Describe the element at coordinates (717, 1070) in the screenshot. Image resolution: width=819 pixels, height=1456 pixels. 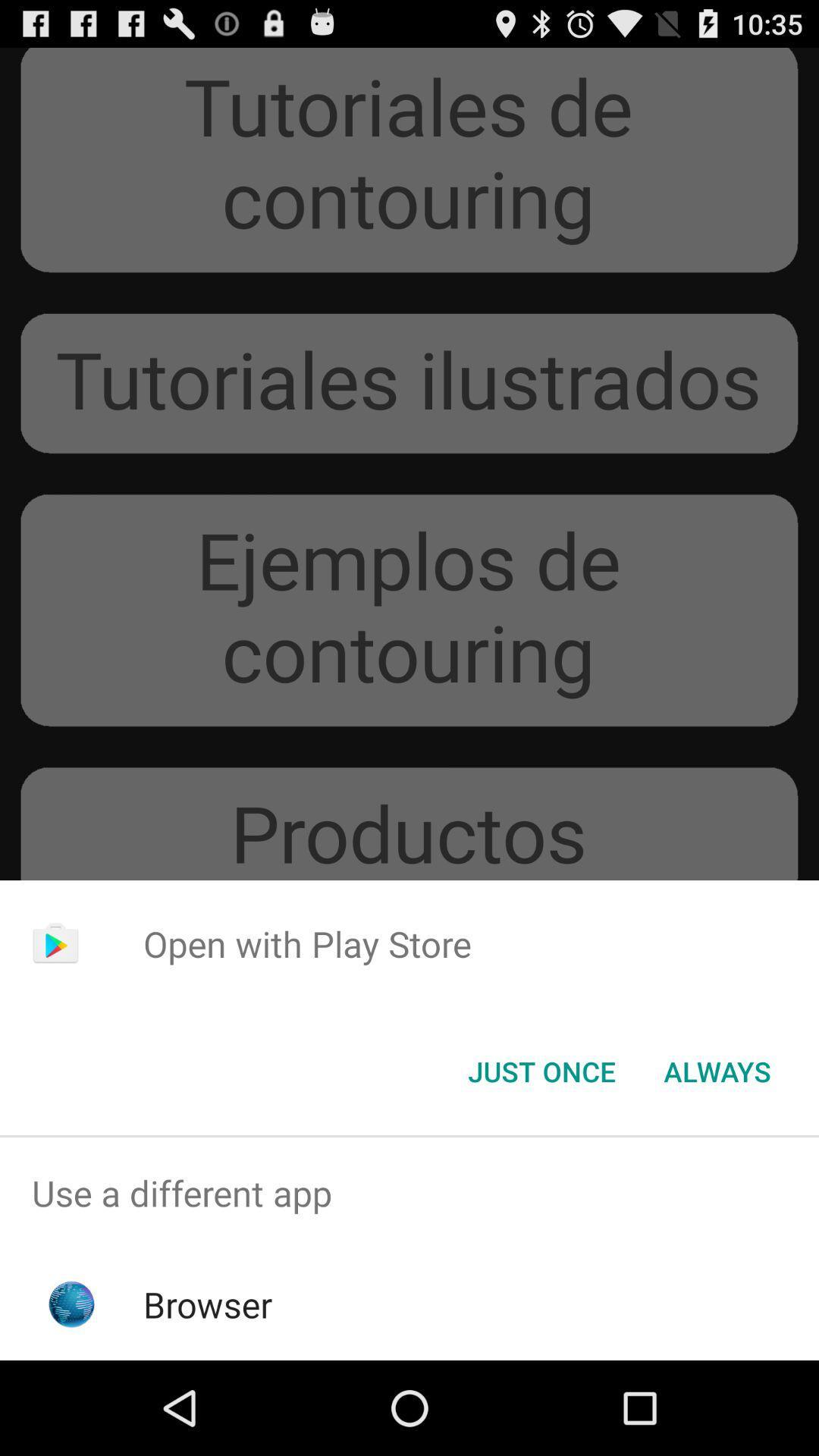
I see `icon to the right of just once icon` at that location.